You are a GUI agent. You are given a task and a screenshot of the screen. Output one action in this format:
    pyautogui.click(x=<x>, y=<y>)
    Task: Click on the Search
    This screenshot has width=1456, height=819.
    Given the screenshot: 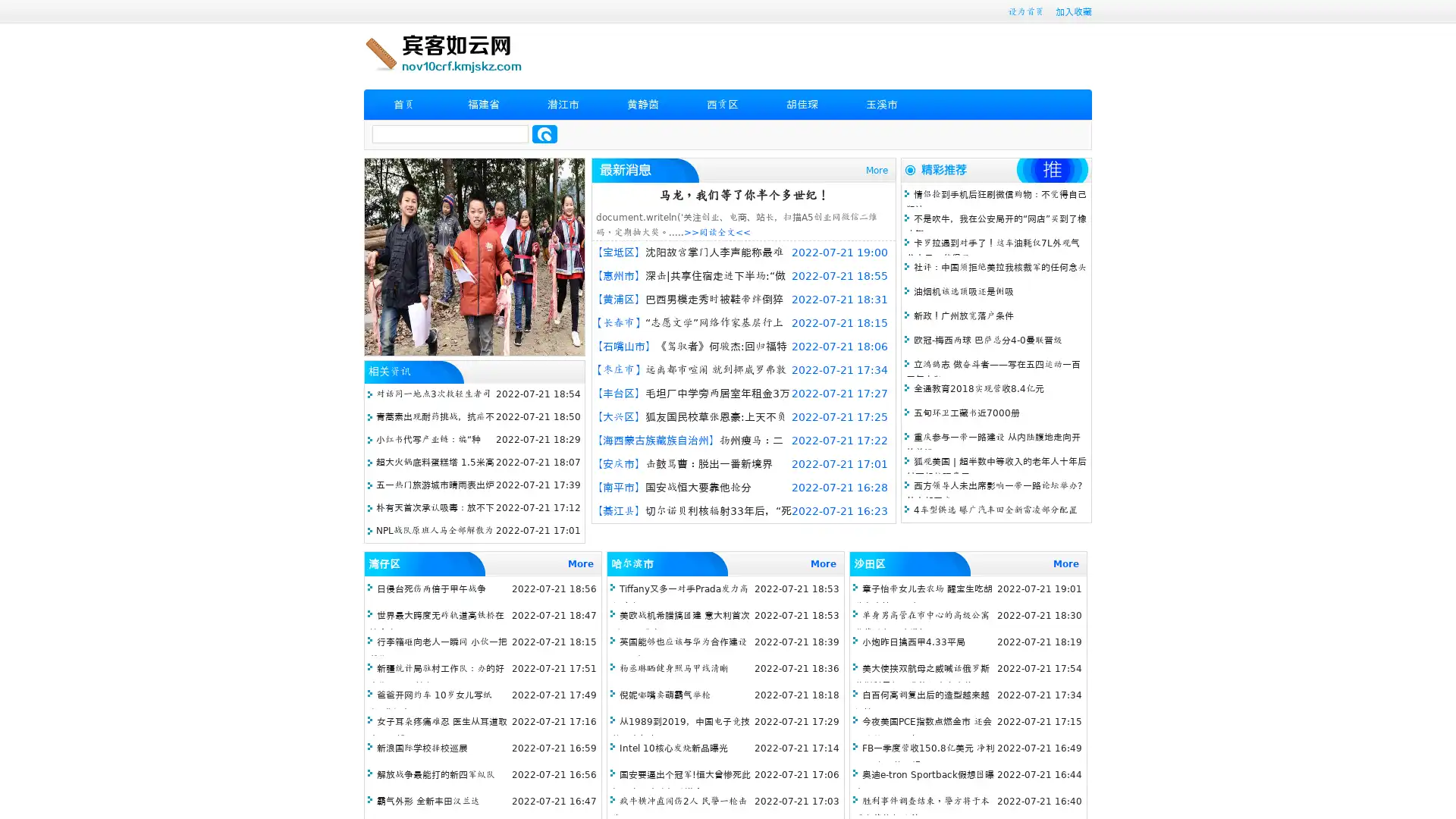 What is the action you would take?
    pyautogui.click(x=544, y=133)
    